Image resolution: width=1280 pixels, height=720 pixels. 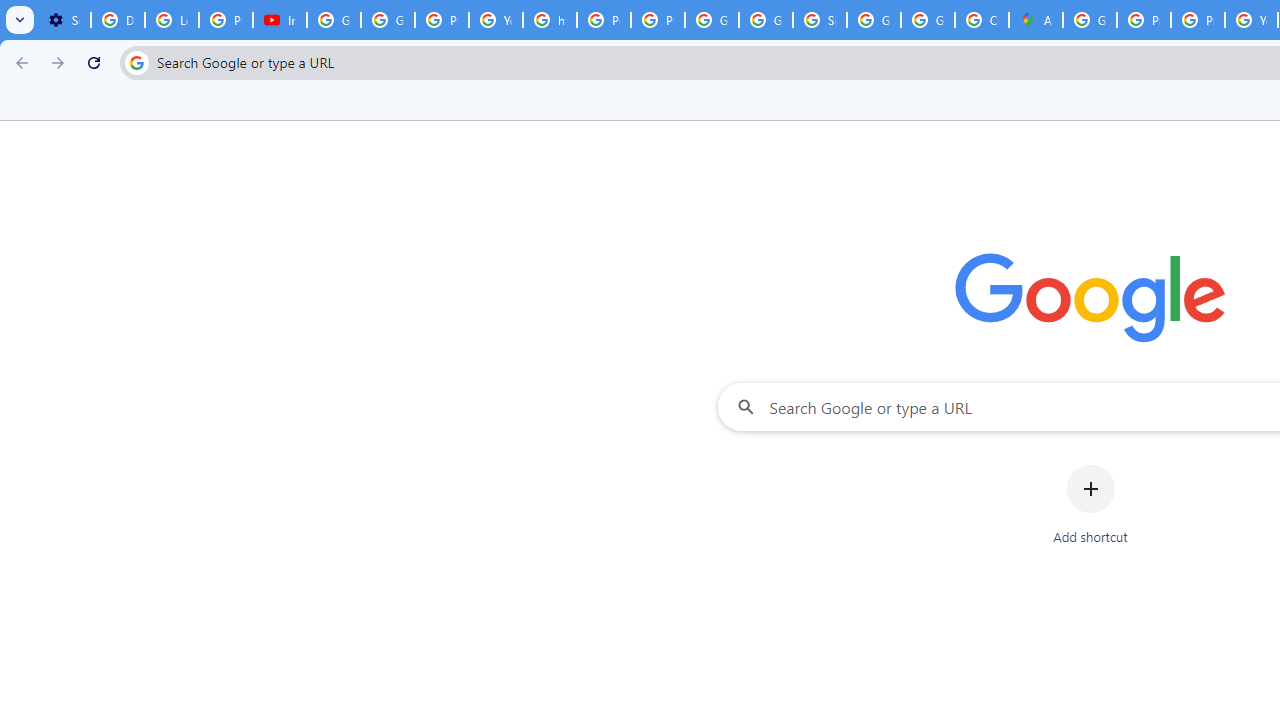 What do you see at coordinates (981, 20) in the screenshot?
I see `'Create your Google Account'` at bounding box center [981, 20].